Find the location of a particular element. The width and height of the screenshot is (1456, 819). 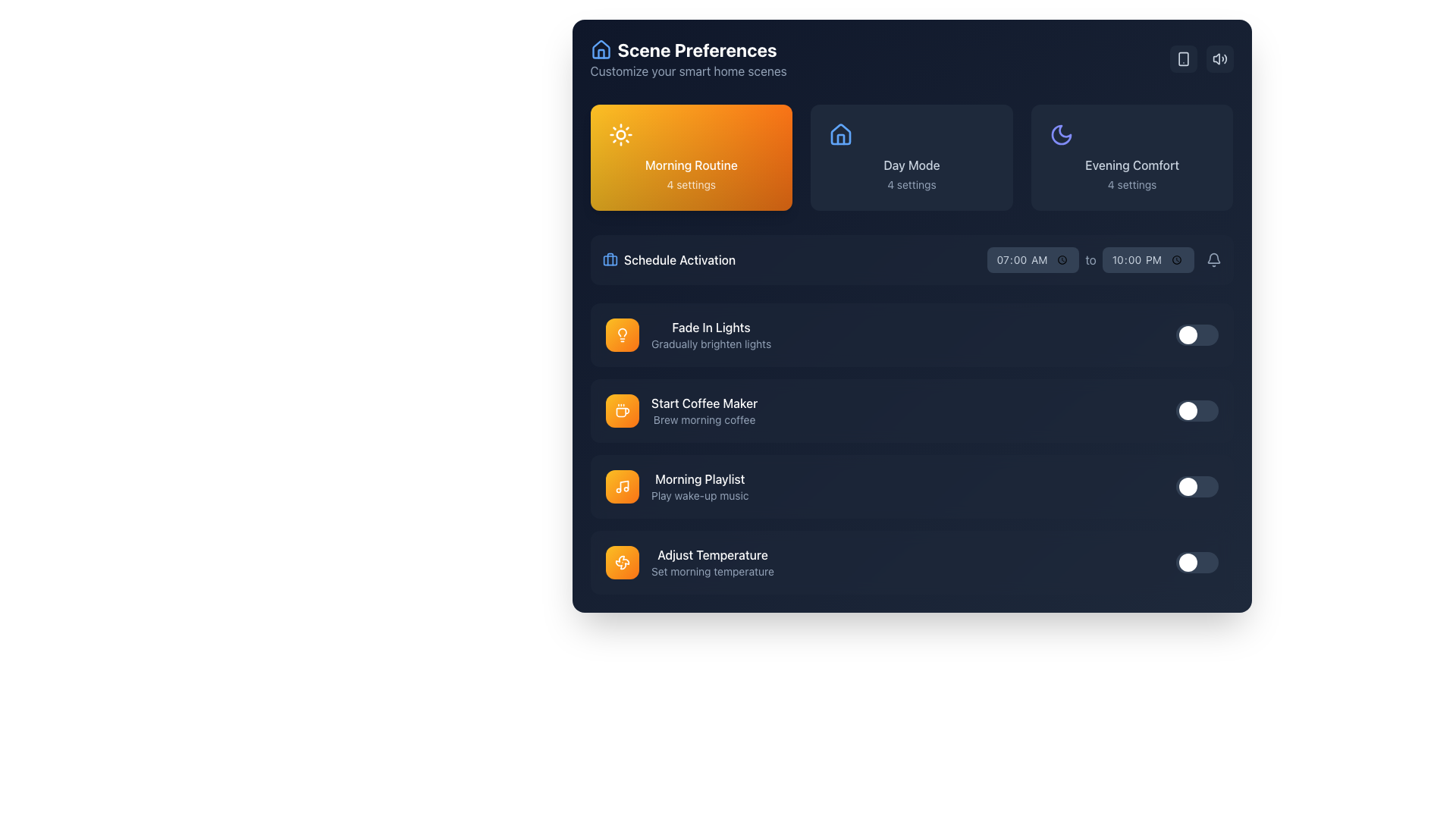

the sound-related Icon button located in the top-right corner of the interface is located at coordinates (1219, 58).